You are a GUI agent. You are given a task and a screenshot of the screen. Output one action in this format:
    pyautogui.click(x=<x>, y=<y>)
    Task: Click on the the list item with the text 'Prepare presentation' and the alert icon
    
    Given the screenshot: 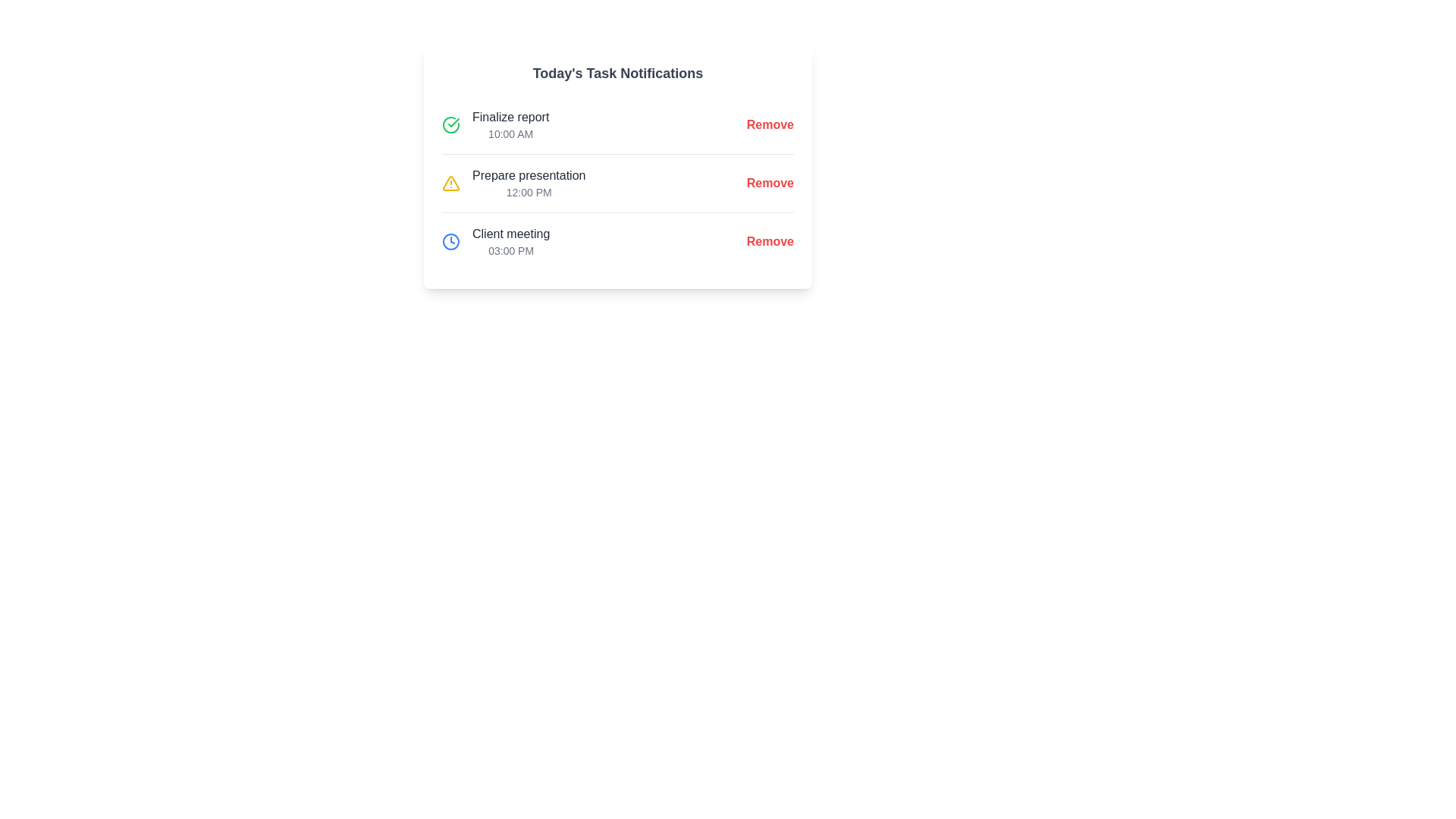 What is the action you would take?
    pyautogui.click(x=513, y=183)
    